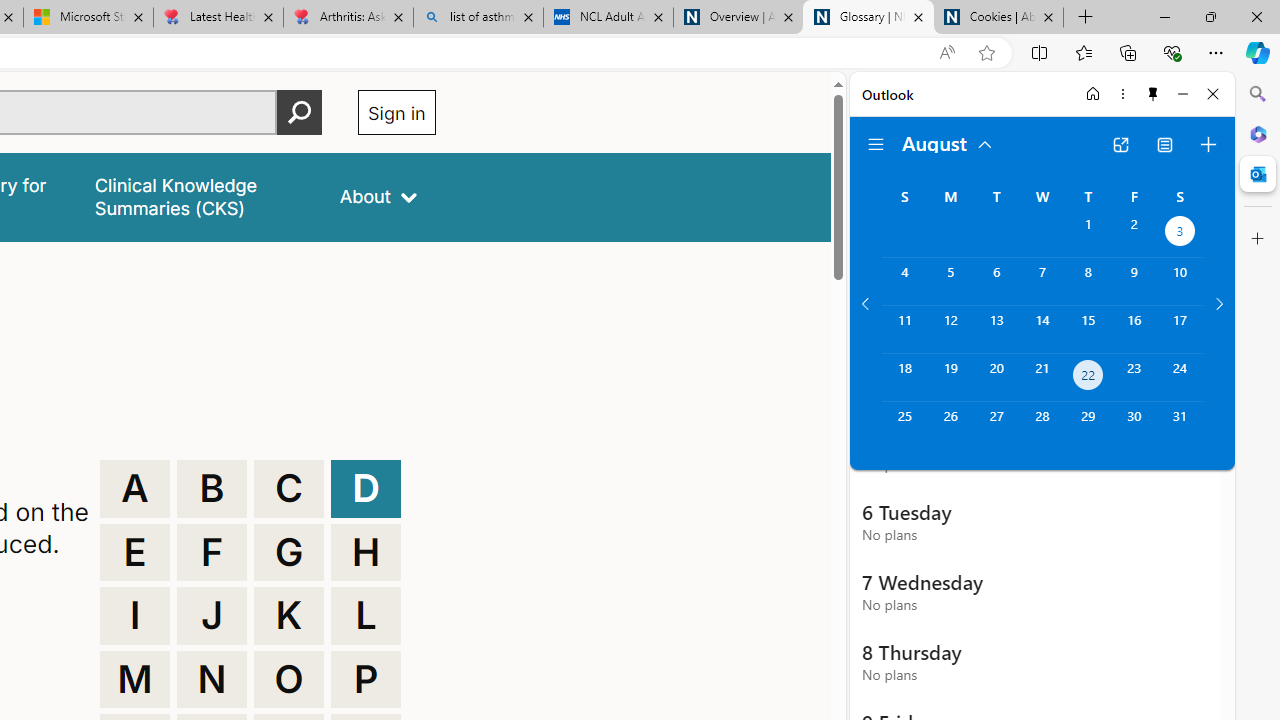  I want to click on 'F', so click(212, 552).